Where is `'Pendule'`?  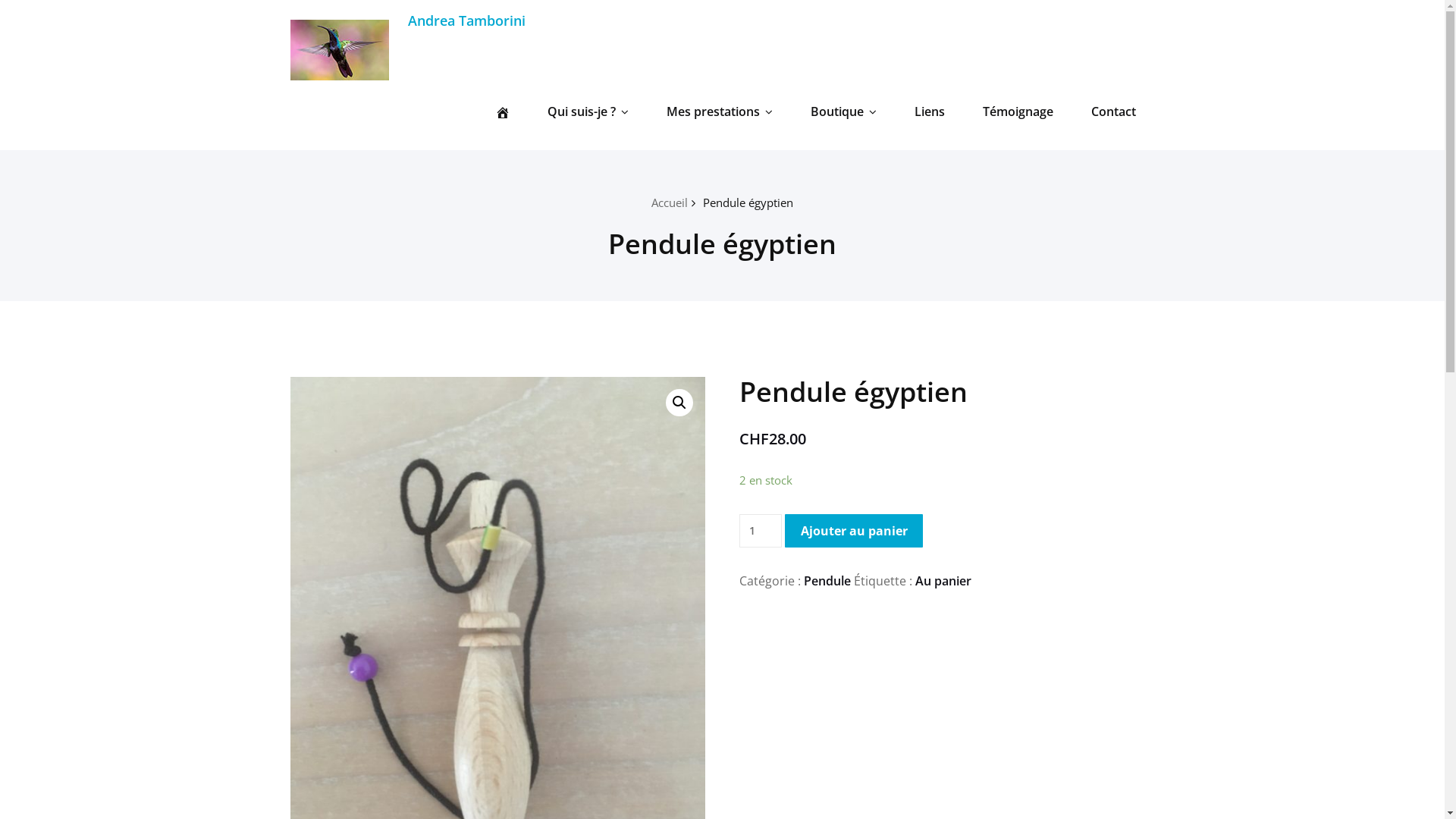
'Pendule' is located at coordinates (826, 580).